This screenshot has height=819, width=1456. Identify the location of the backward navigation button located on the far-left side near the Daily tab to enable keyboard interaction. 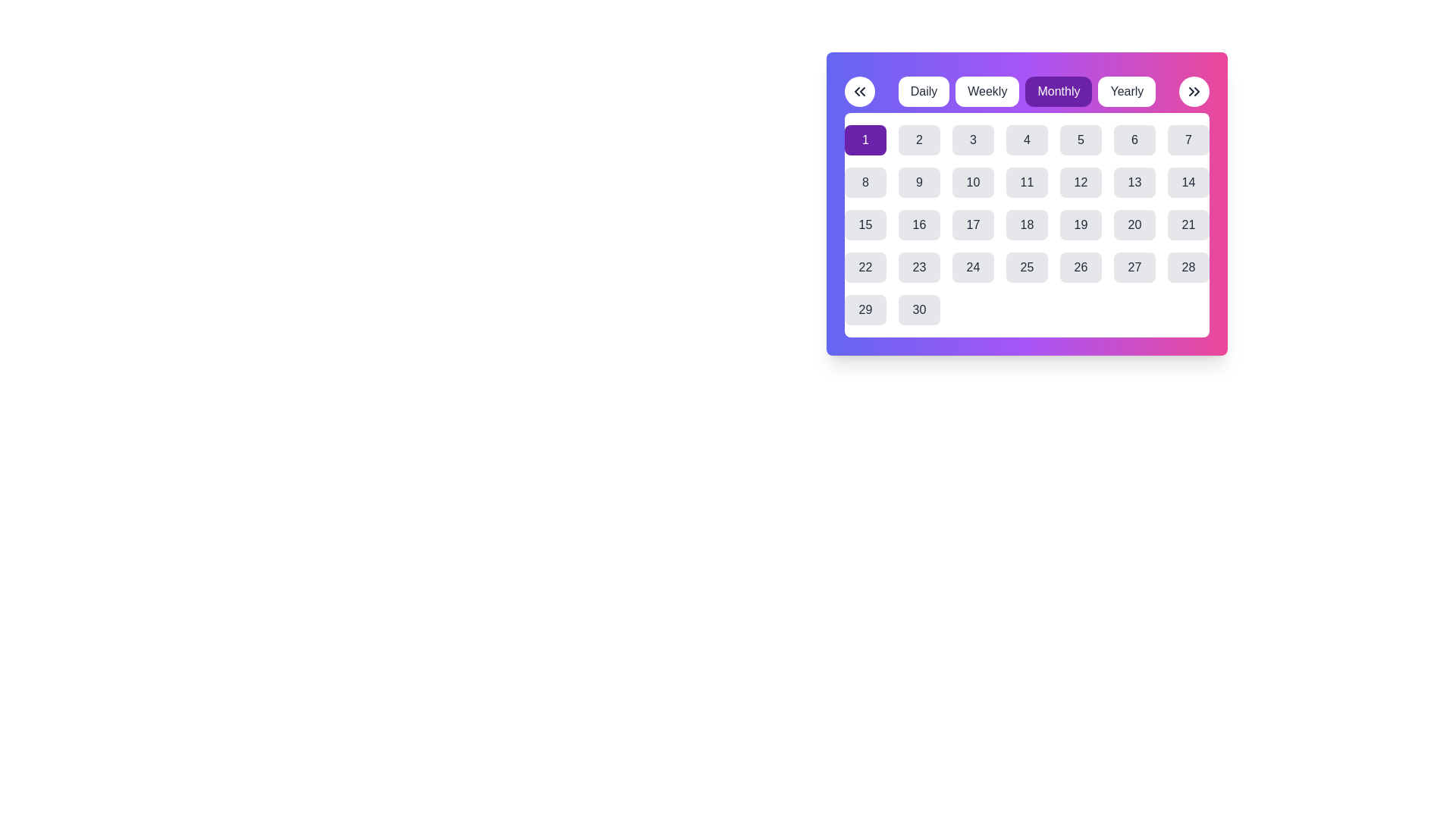
(859, 91).